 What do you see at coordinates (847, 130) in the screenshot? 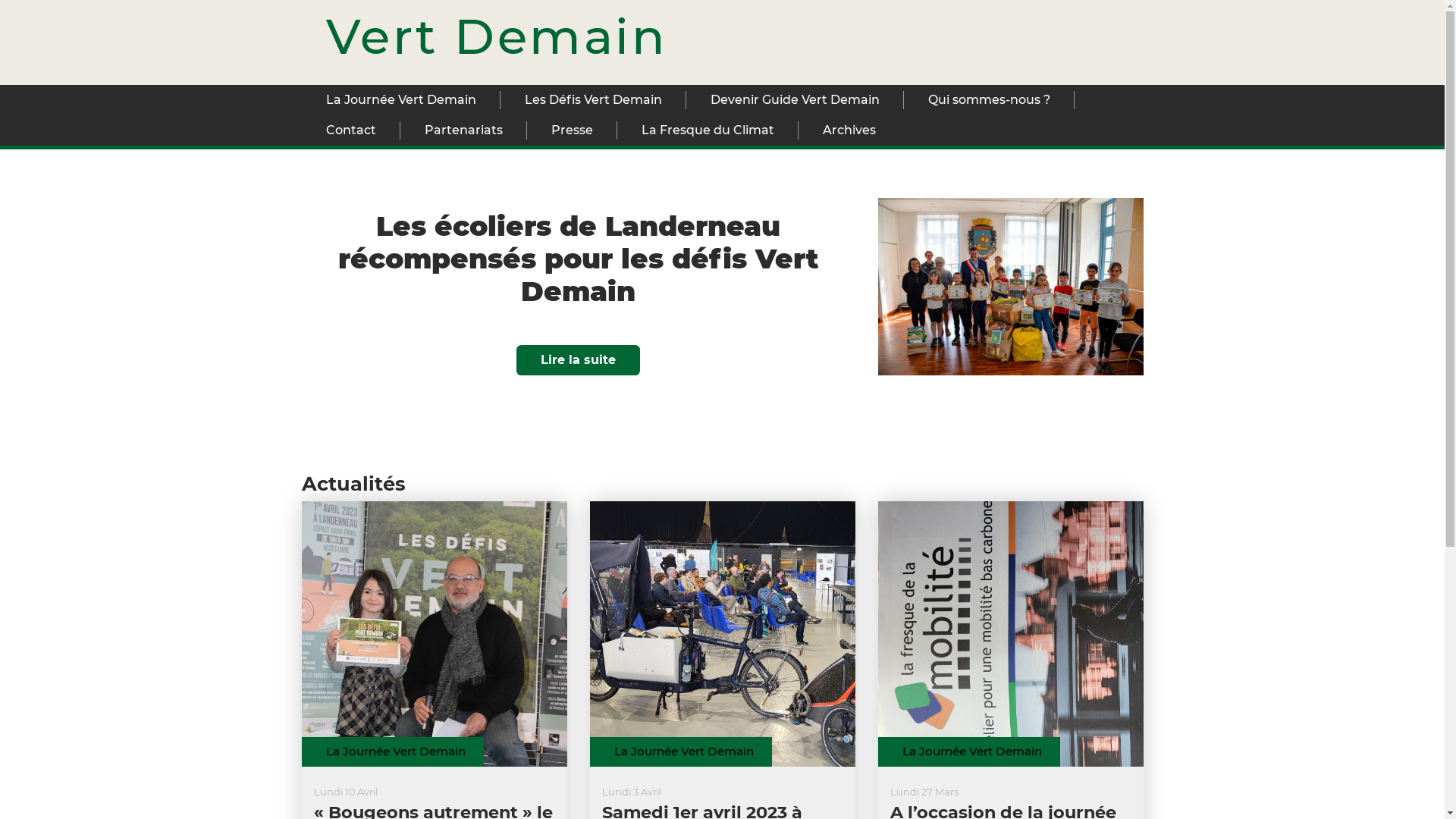
I see `'Archives'` at bounding box center [847, 130].